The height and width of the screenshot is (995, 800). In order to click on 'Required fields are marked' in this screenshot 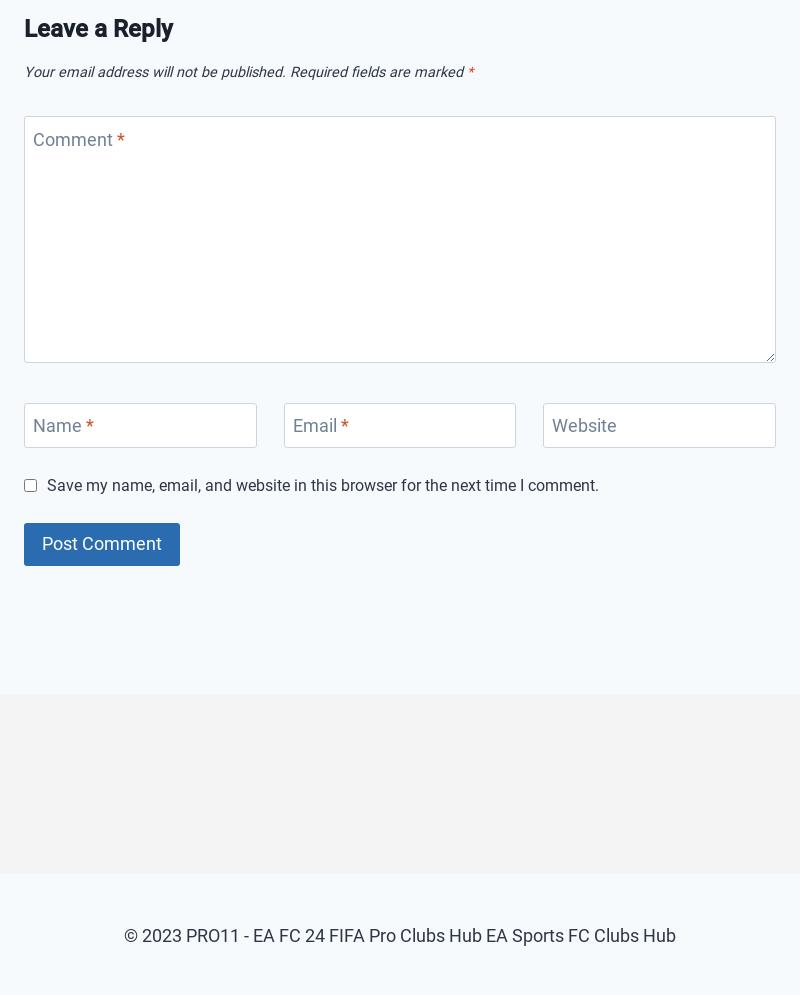, I will do `click(377, 70)`.